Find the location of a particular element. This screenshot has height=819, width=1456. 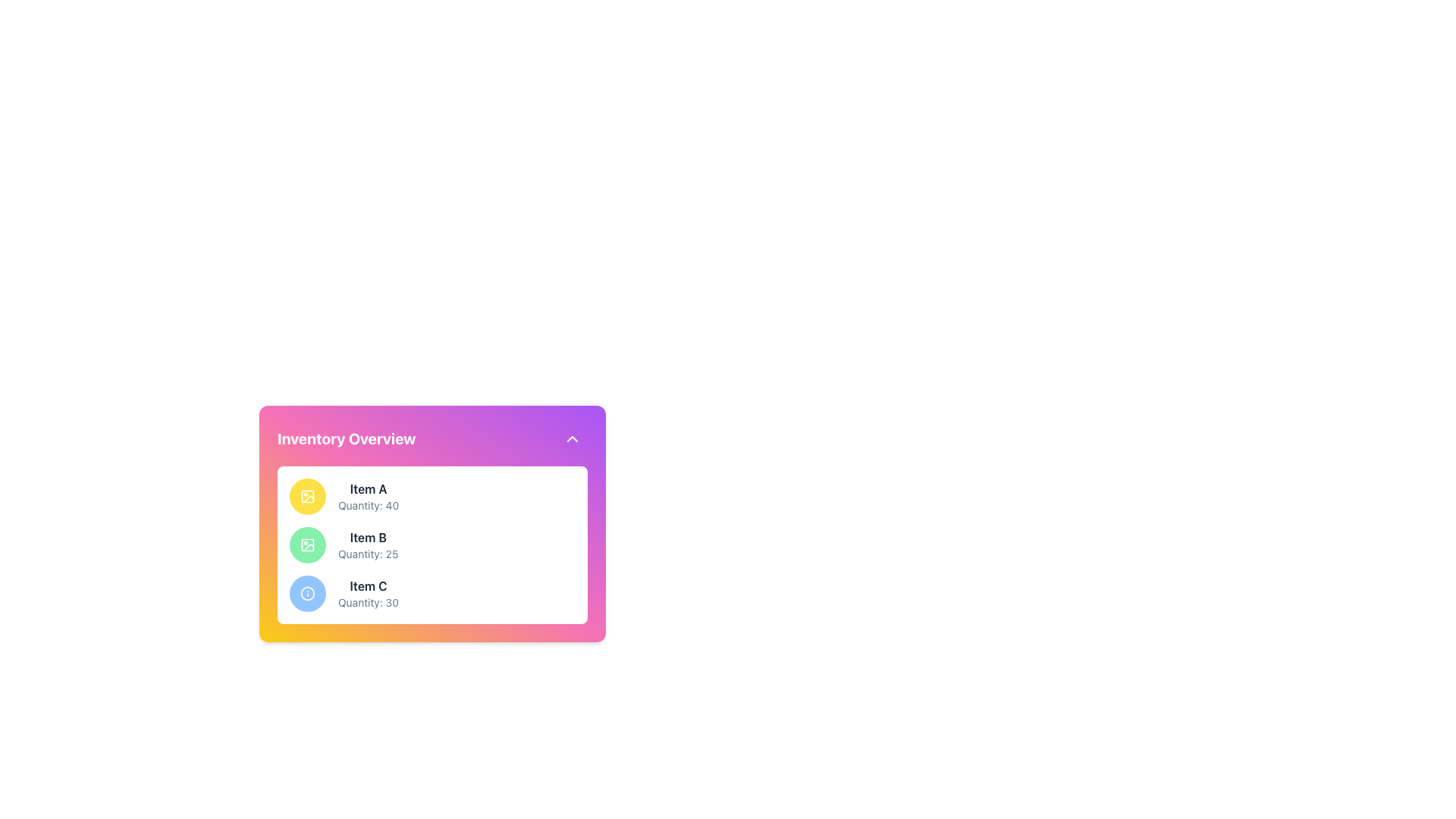

the first icon in the vertically arranged list within the 'Inventory Overview' card that represents 'Item A' is located at coordinates (307, 497).